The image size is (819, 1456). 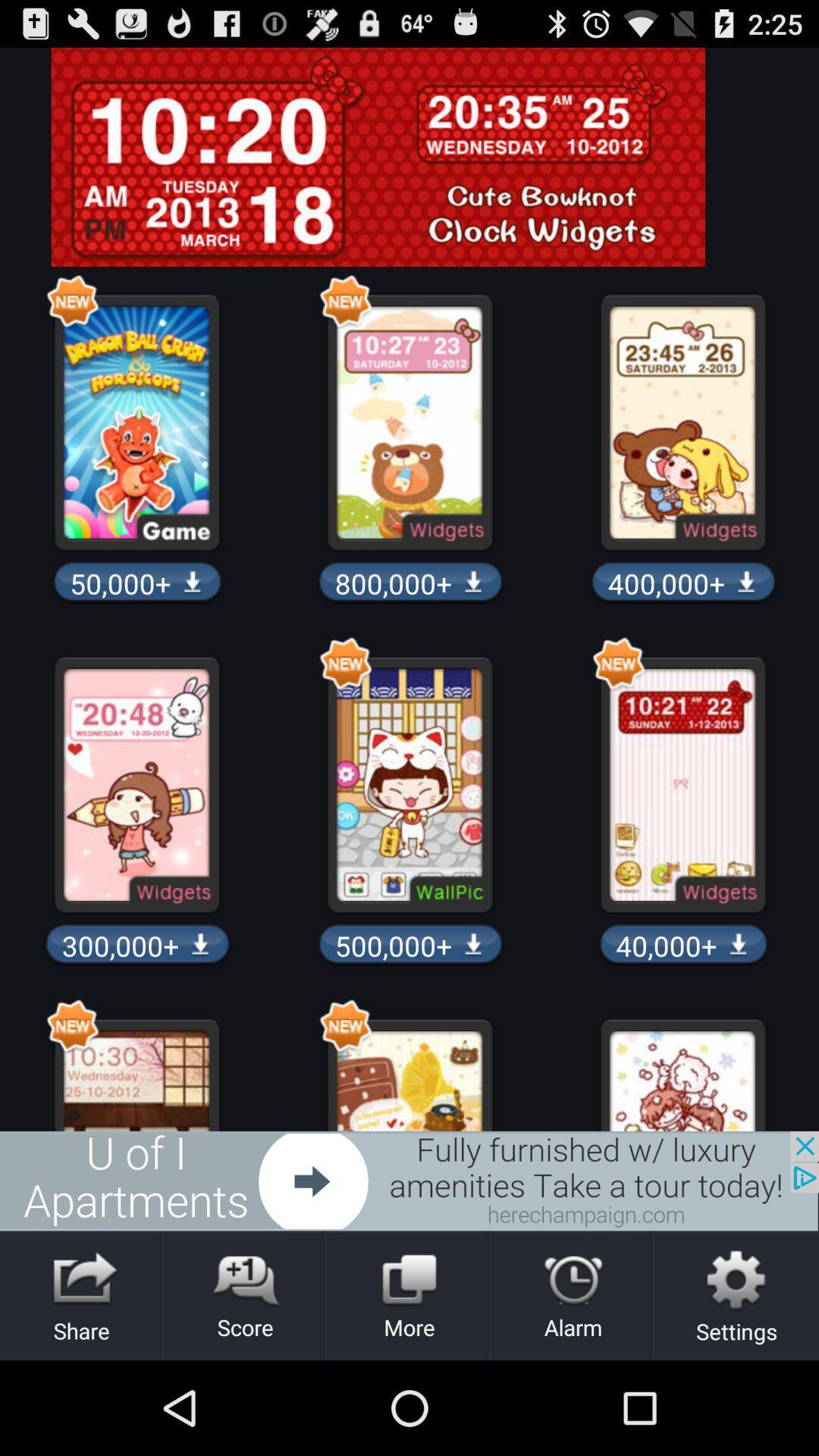 I want to click on see time, so click(x=409, y=157).